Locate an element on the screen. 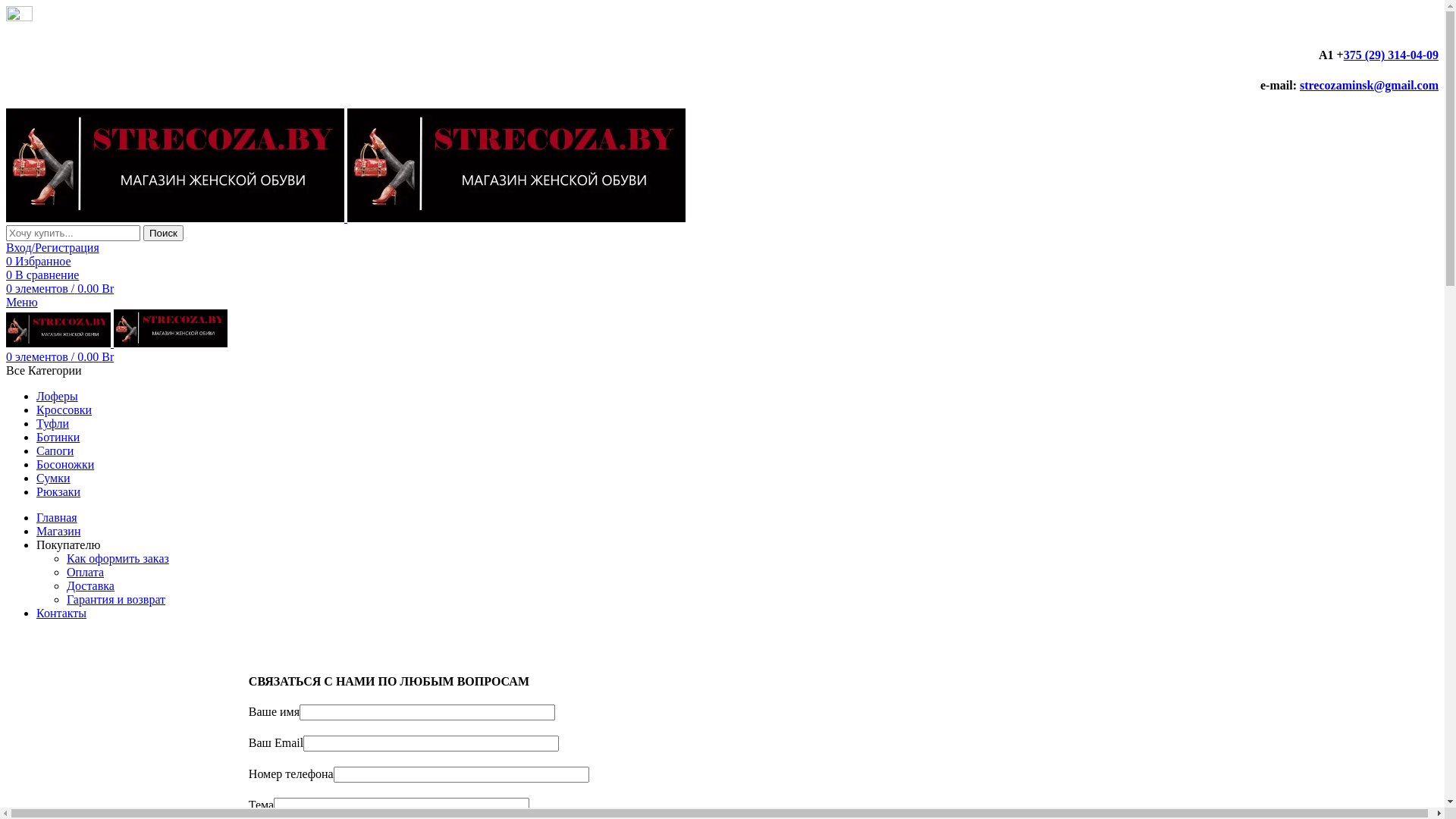  '375 (29) 314-04-09' is located at coordinates (1343, 54).